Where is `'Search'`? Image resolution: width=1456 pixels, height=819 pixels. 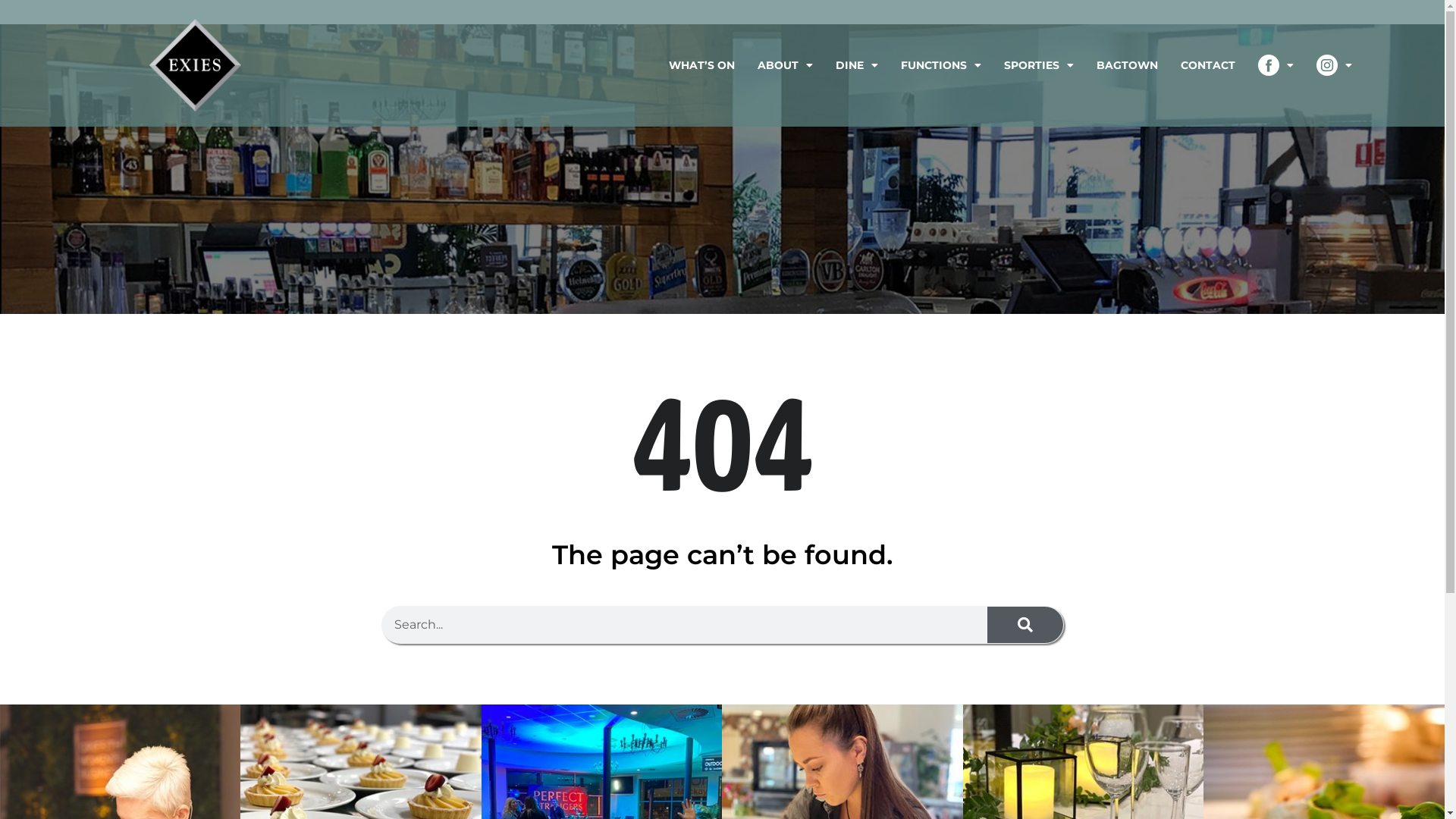
'Search' is located at coordinates (1025, 625).